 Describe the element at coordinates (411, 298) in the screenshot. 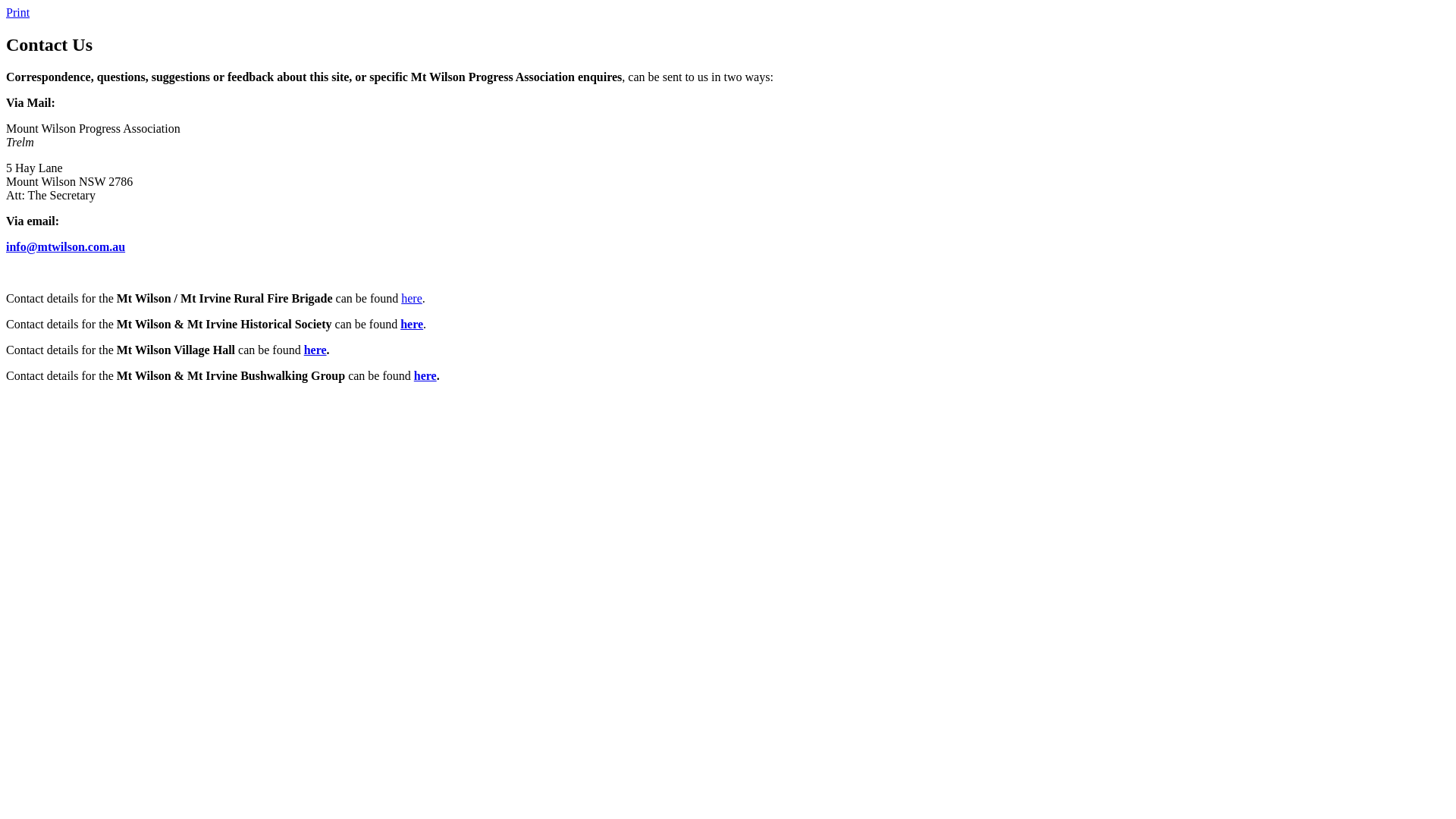

I see `'here'` at that location.